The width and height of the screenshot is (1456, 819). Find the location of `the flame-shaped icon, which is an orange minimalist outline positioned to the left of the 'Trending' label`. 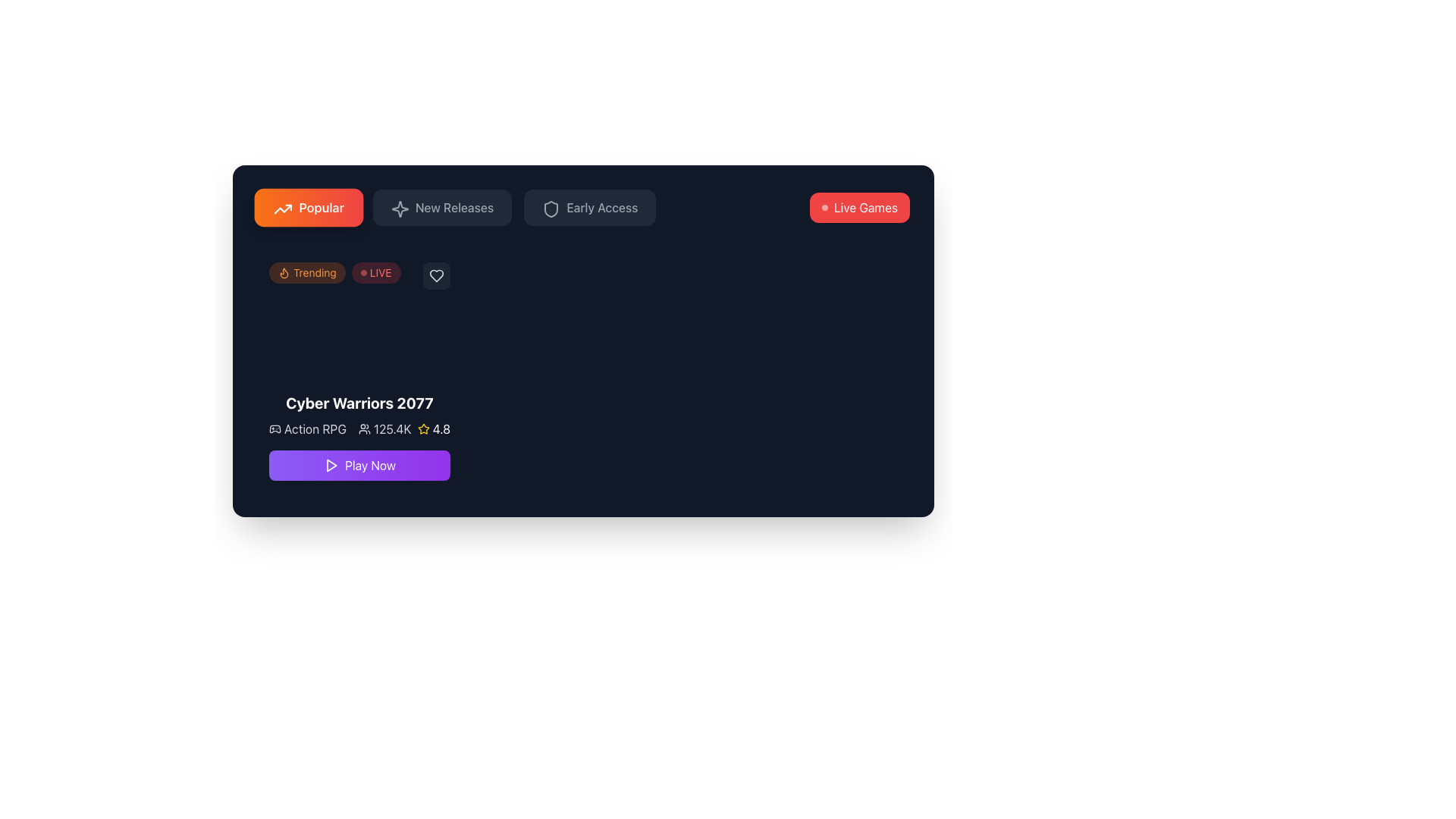

the flame-shaped icon, which is an orange minimalist outline positioned to the left of the 'Trending' label is located at coordinates (284, 271).